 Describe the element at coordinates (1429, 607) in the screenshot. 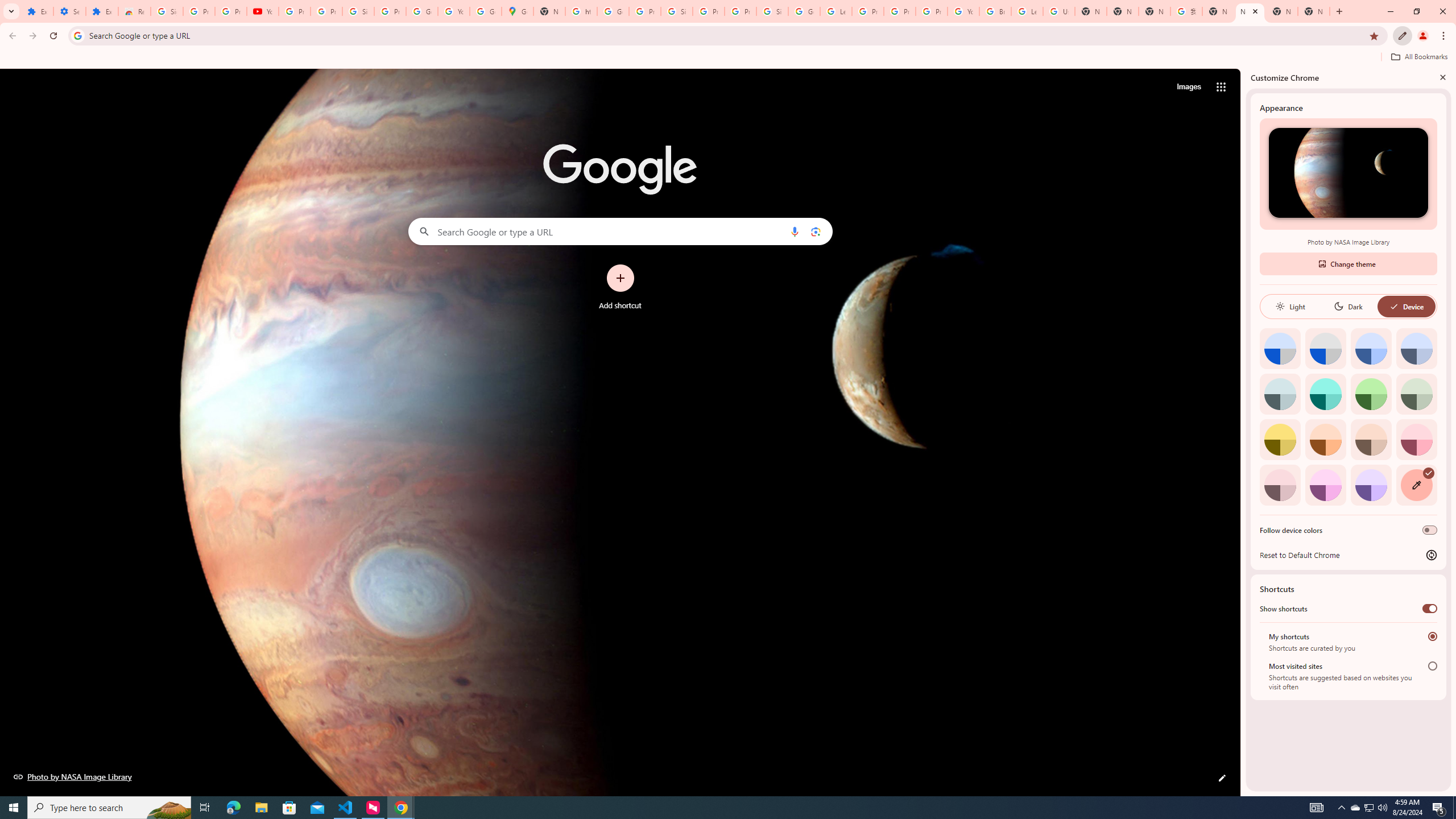

I see `'Show shortcuts'` at that location.